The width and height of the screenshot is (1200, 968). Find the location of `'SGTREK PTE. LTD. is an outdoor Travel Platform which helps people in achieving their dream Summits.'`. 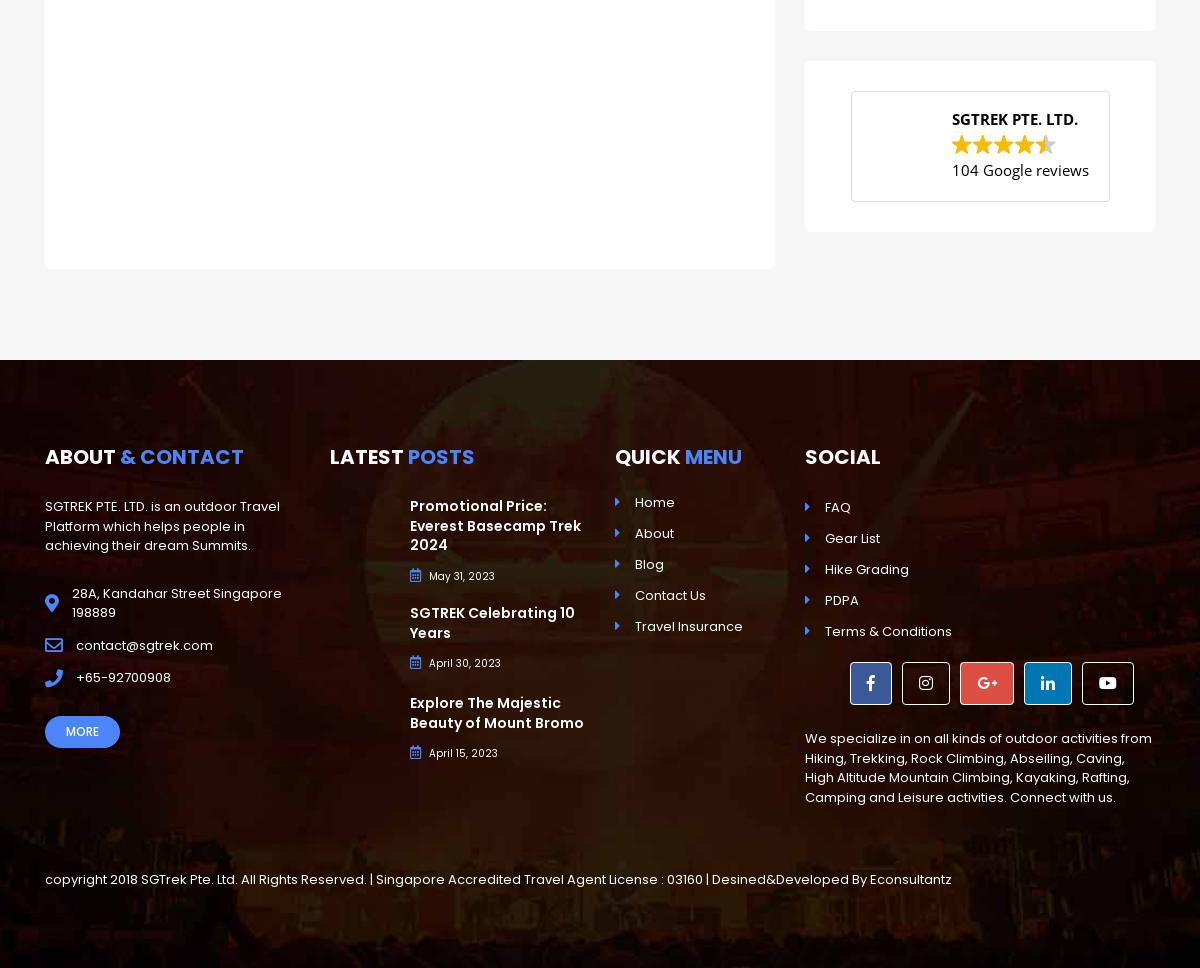

'SGTREK PTE. LTD. is an outdoor Travel Platform which helps people in achieving their dream Summits.' is located at coordinates (161, 525).